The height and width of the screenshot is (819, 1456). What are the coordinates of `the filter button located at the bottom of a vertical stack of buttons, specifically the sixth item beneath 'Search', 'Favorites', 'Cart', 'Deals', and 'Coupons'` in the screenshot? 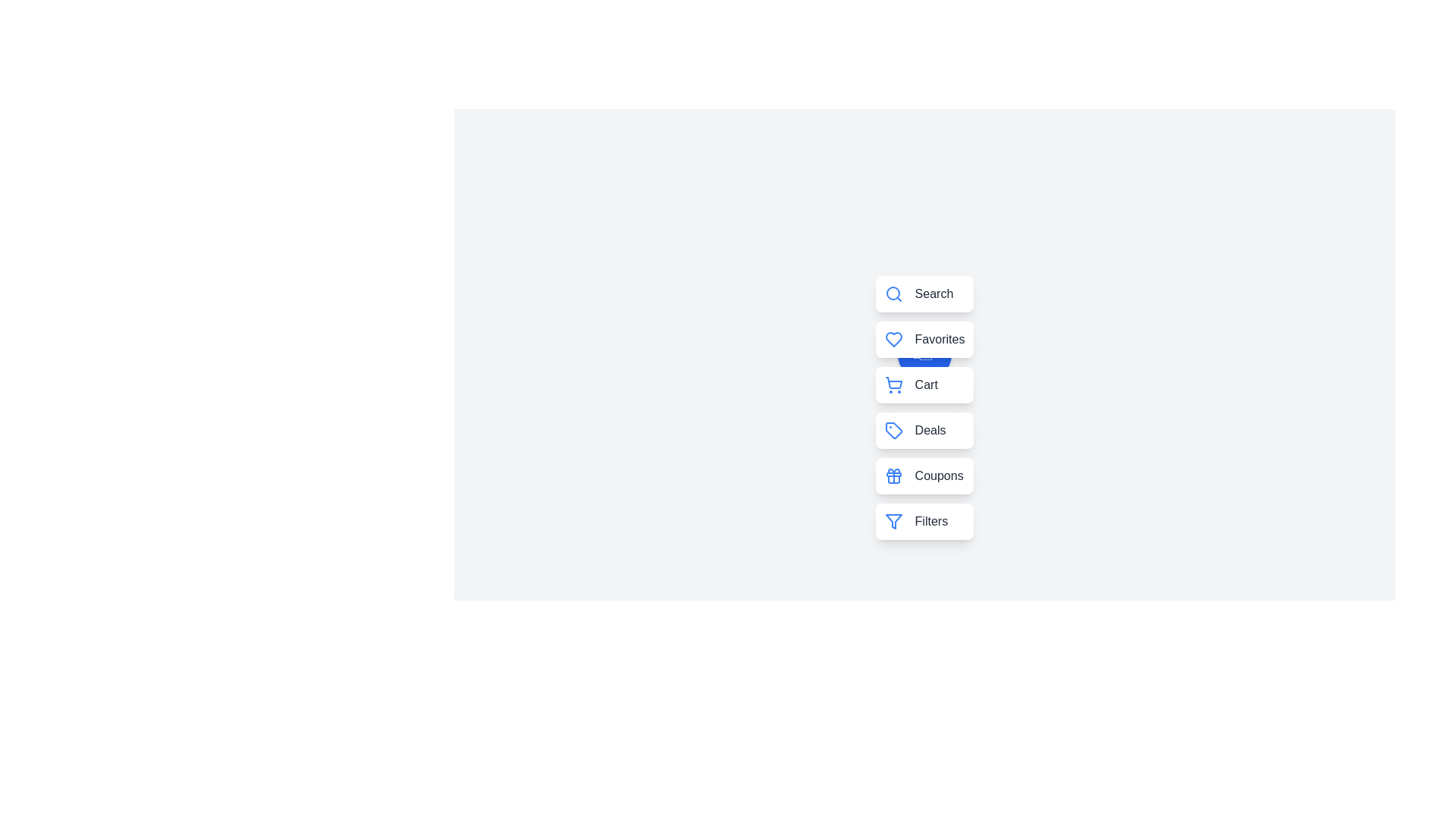 It's located at (924, 520).